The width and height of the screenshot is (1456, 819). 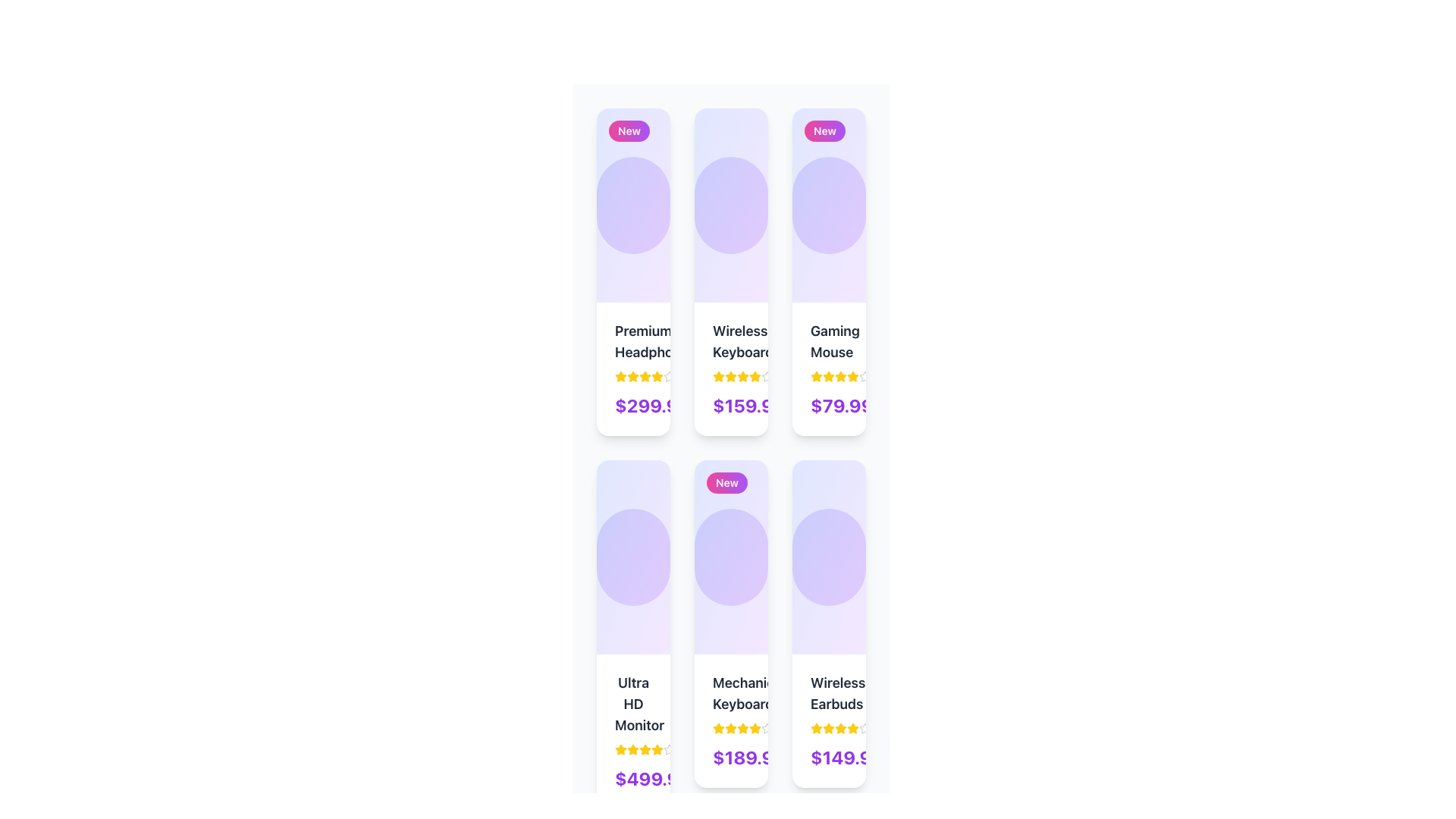 What do you see at coordinates (685, 205) in the screenshot?
I see `the second circular button from the left, which likely toggles the visibility of the 'Wireless Keyboard' product` at bounding box center [685, 205].